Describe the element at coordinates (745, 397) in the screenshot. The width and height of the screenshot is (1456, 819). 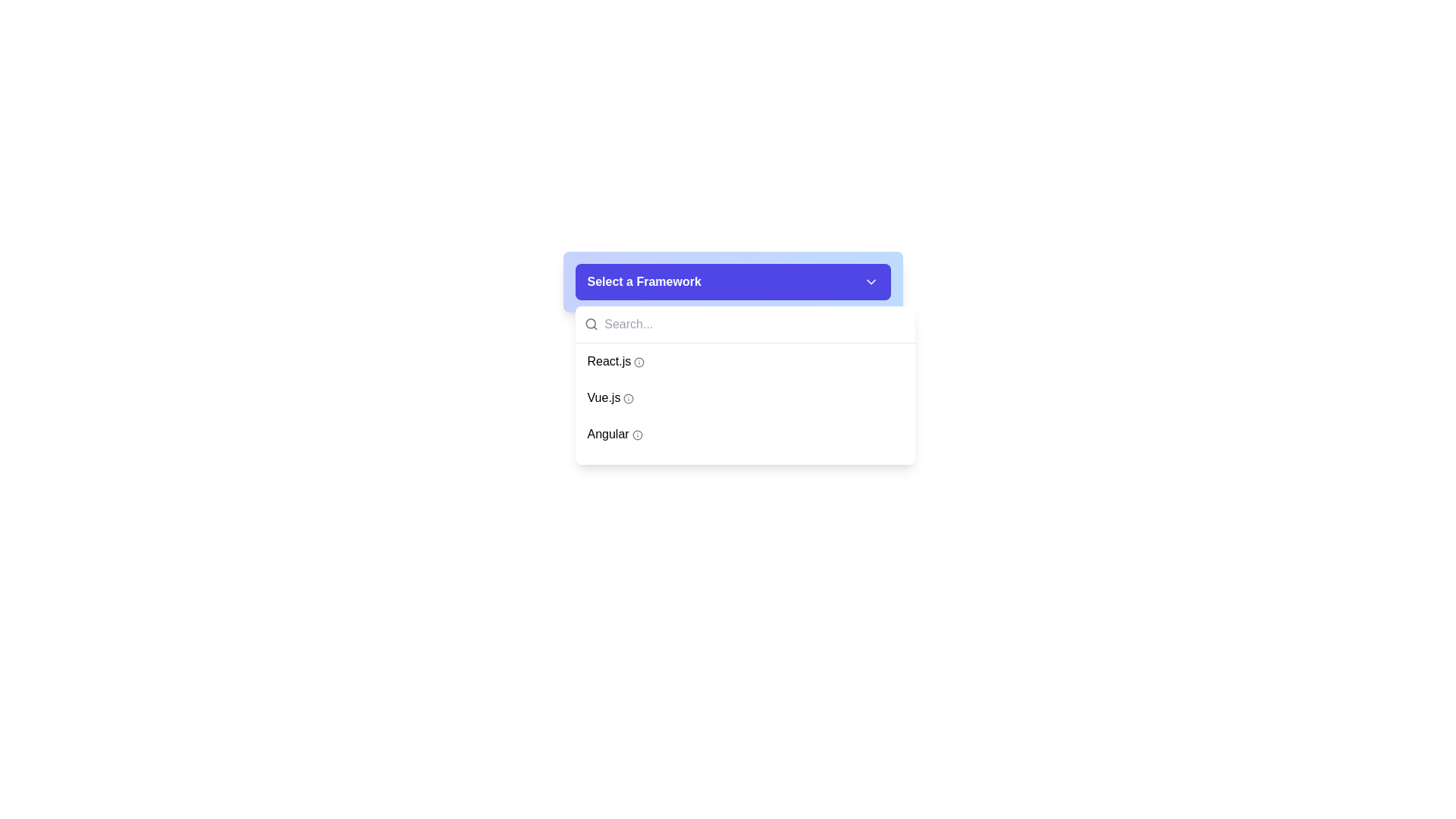
I see `the selectable list item displaying 'Vue.js'` at that location.